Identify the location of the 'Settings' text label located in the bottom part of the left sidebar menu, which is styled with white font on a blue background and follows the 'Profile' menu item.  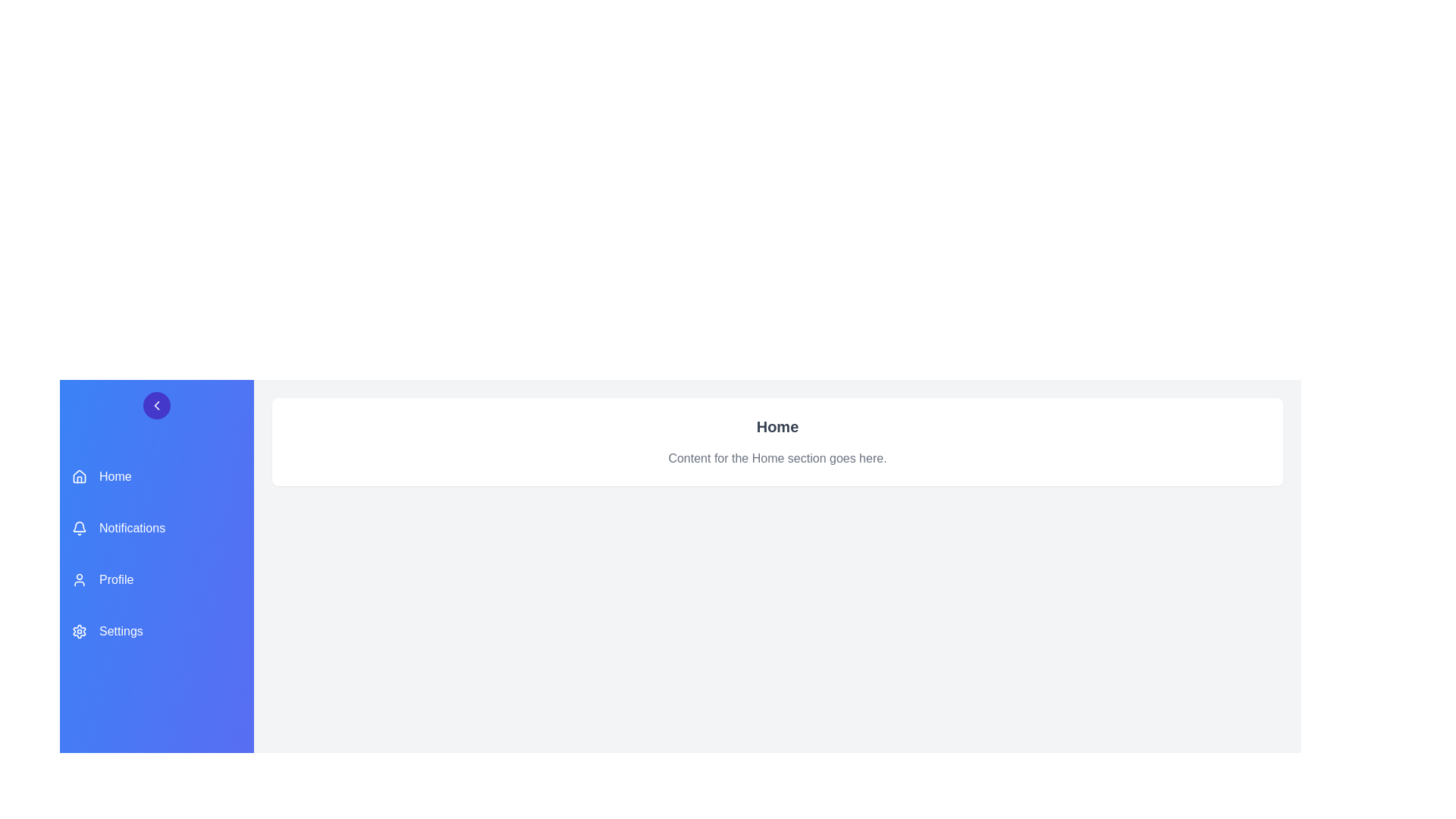
(120, 632).